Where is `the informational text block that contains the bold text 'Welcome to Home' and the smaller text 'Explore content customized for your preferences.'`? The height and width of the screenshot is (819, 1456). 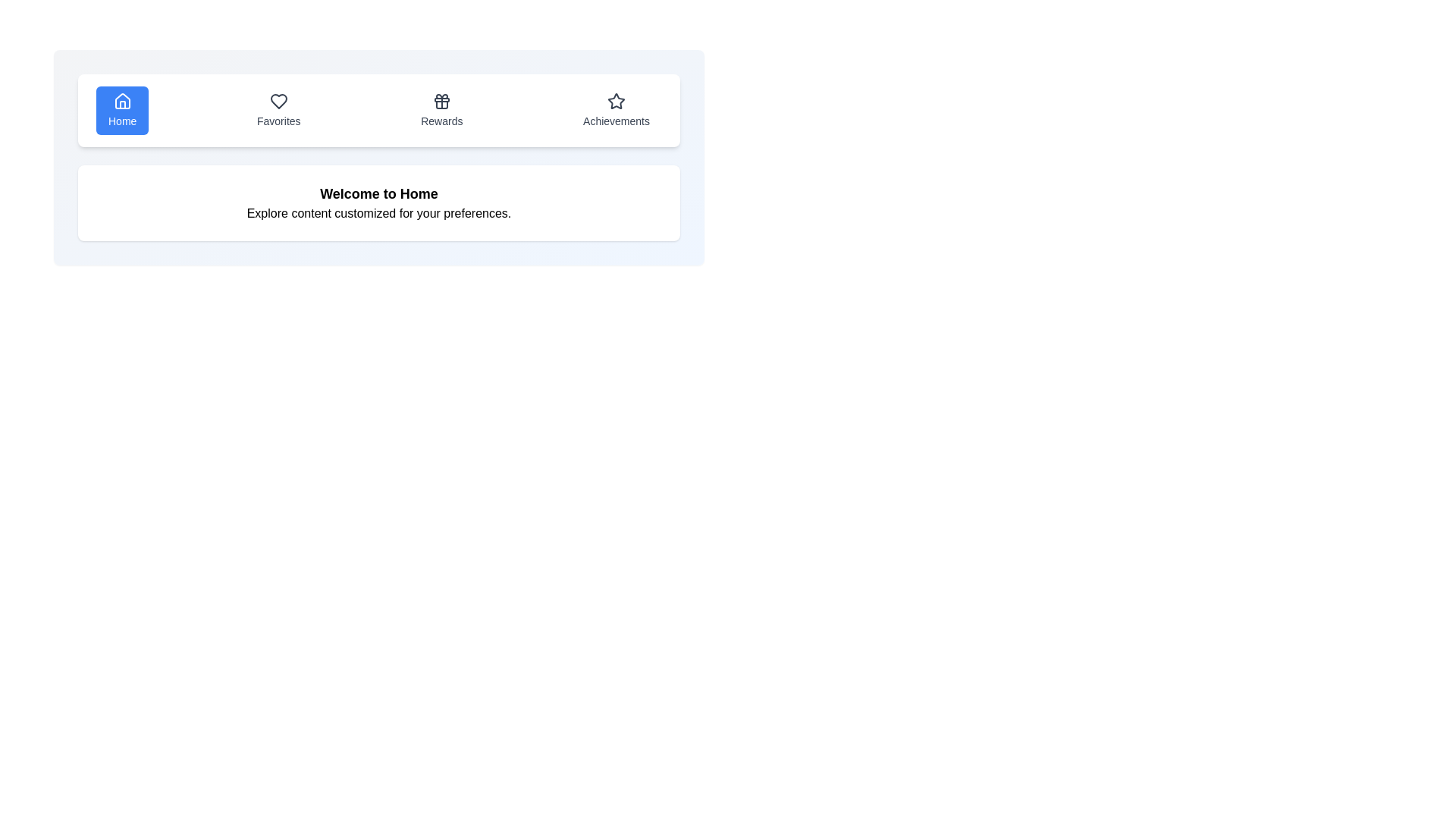
the informational text block that contains the bold text 'Welcome to Home' and the smaller text 'Explore content customized for your preferences.' is located at coordinates (378, 202).